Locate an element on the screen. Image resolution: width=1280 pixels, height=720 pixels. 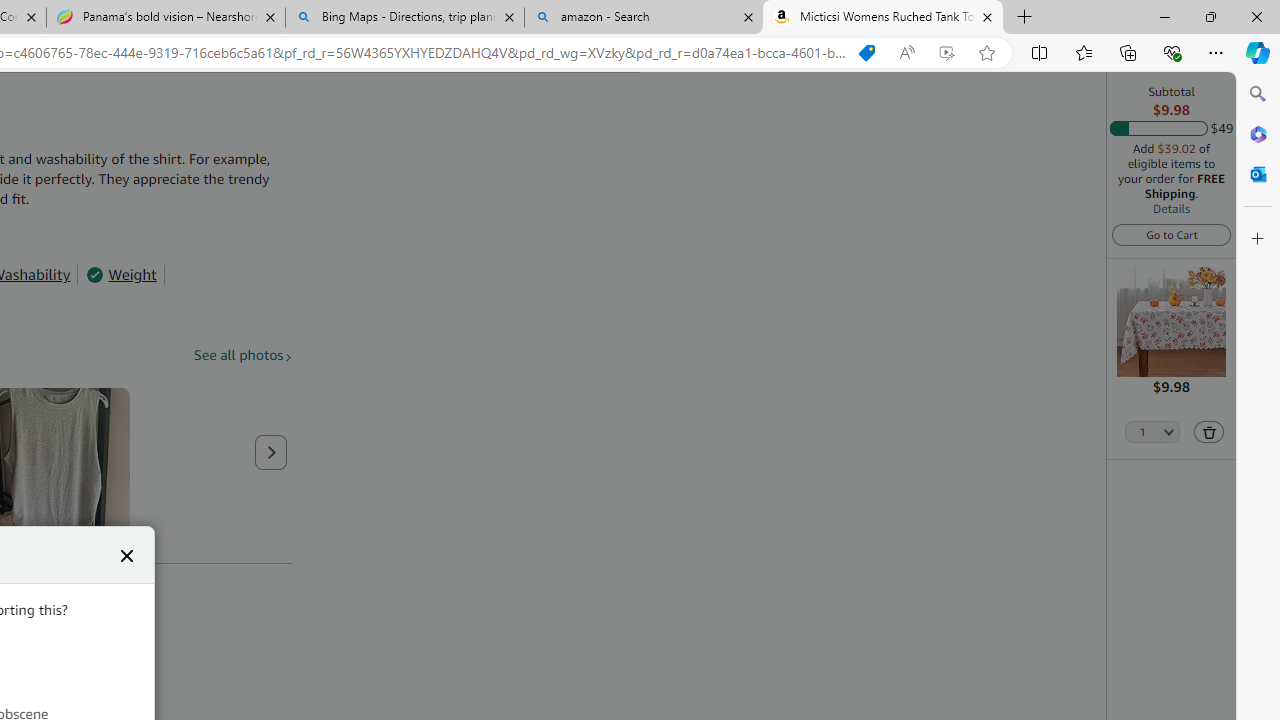
'Next page' is located at coordinates (270, 452).